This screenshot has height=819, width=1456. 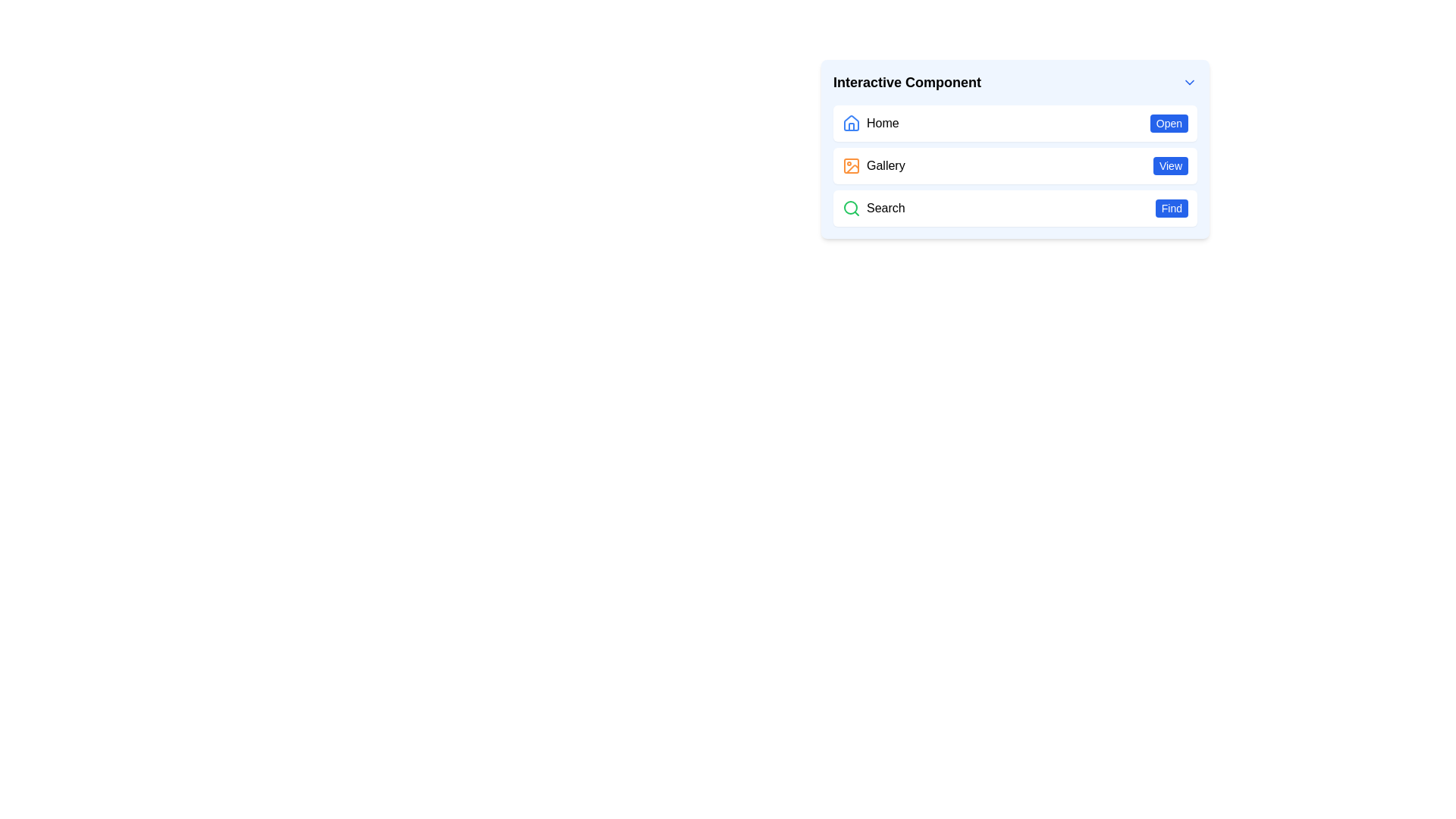 I want to click on the chevron-right icon styled in blue located at the upper-right corner of the 'Interactive Component' header, so click(x=1189, y=82).